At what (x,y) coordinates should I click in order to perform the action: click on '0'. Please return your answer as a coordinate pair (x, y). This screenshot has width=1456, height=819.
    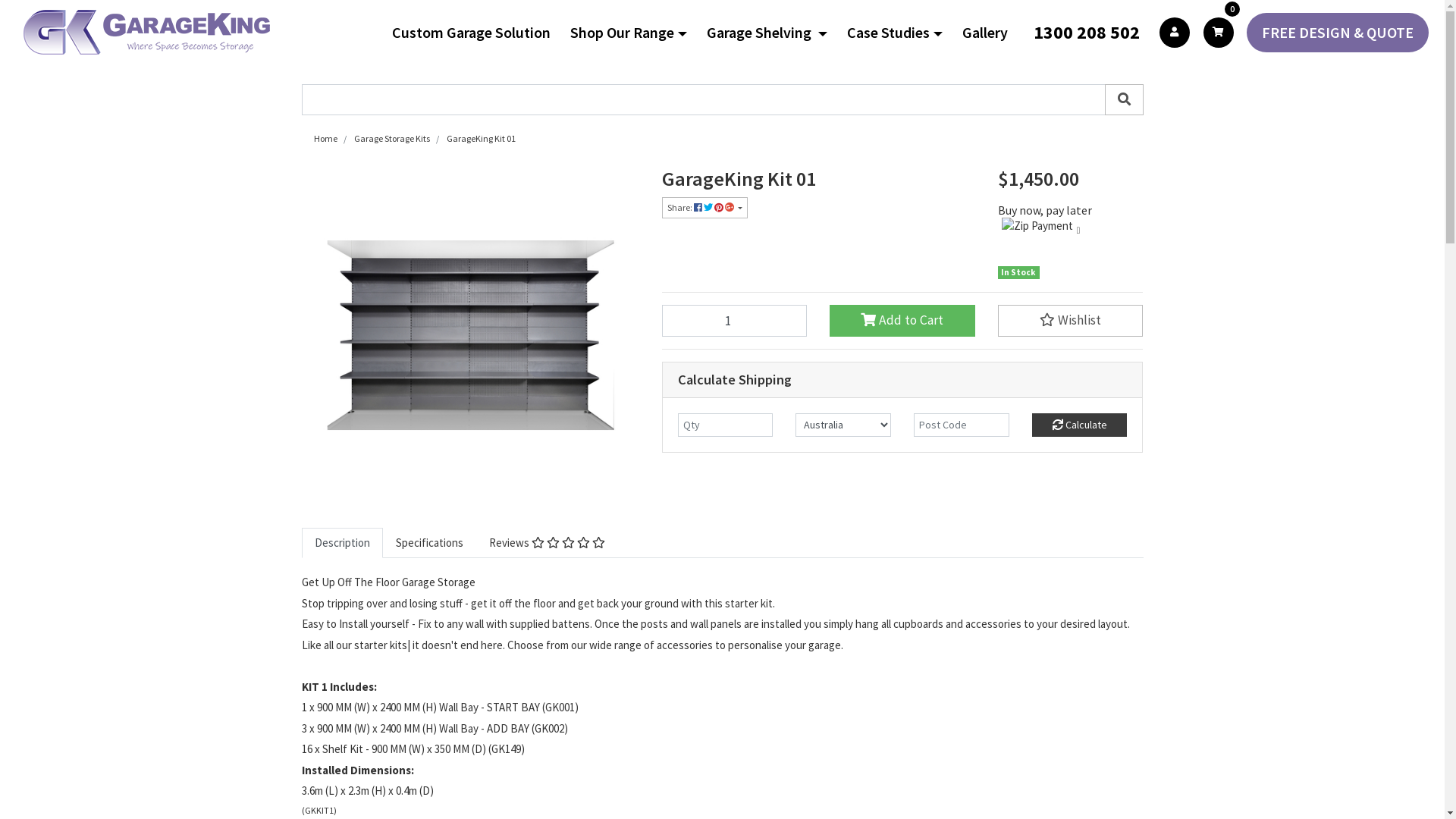
    Looking at the image, I should click on (1219, 32).